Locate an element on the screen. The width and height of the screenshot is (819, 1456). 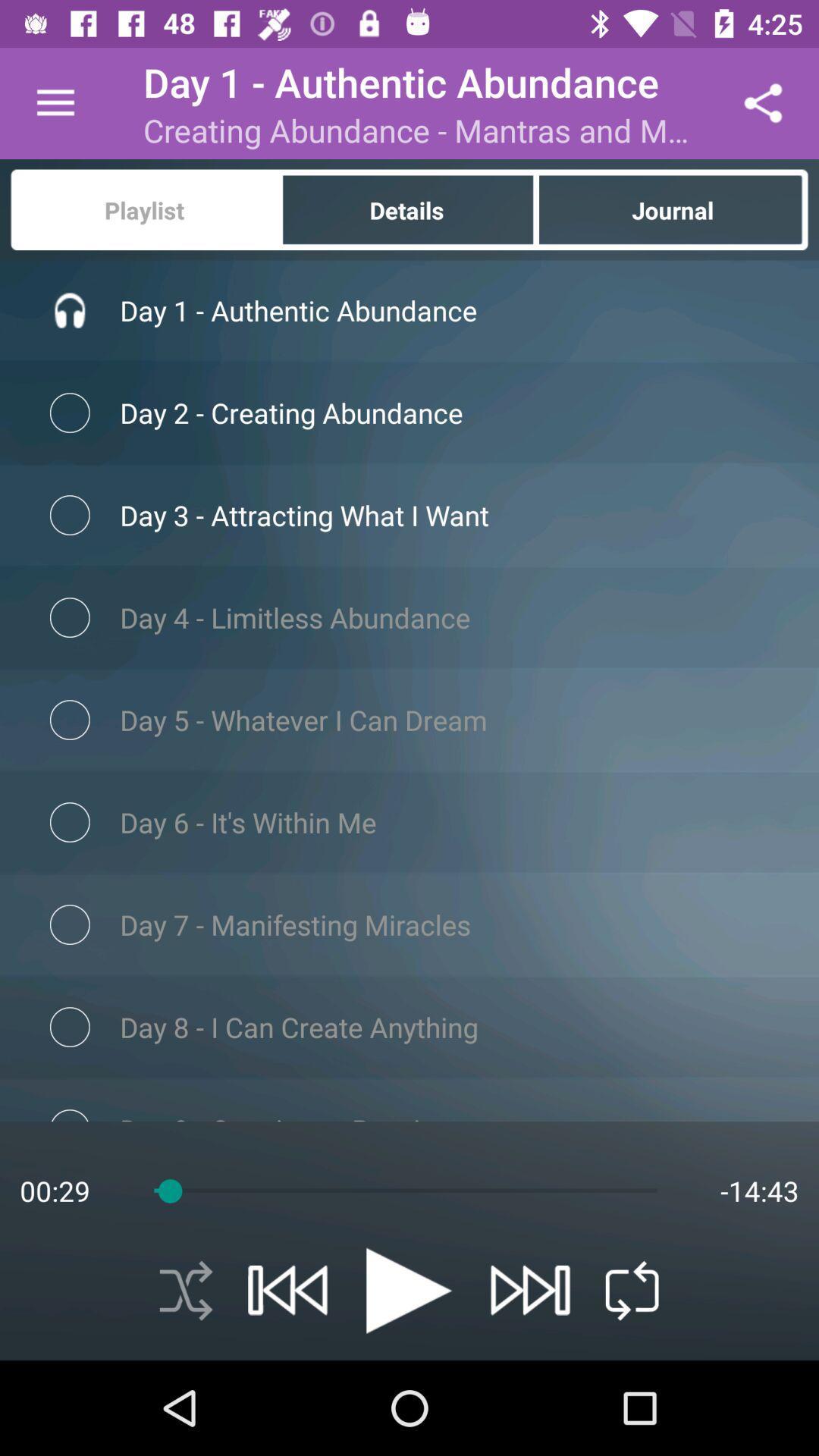
the av_rewind icon is located at coordinates (287, 1289).